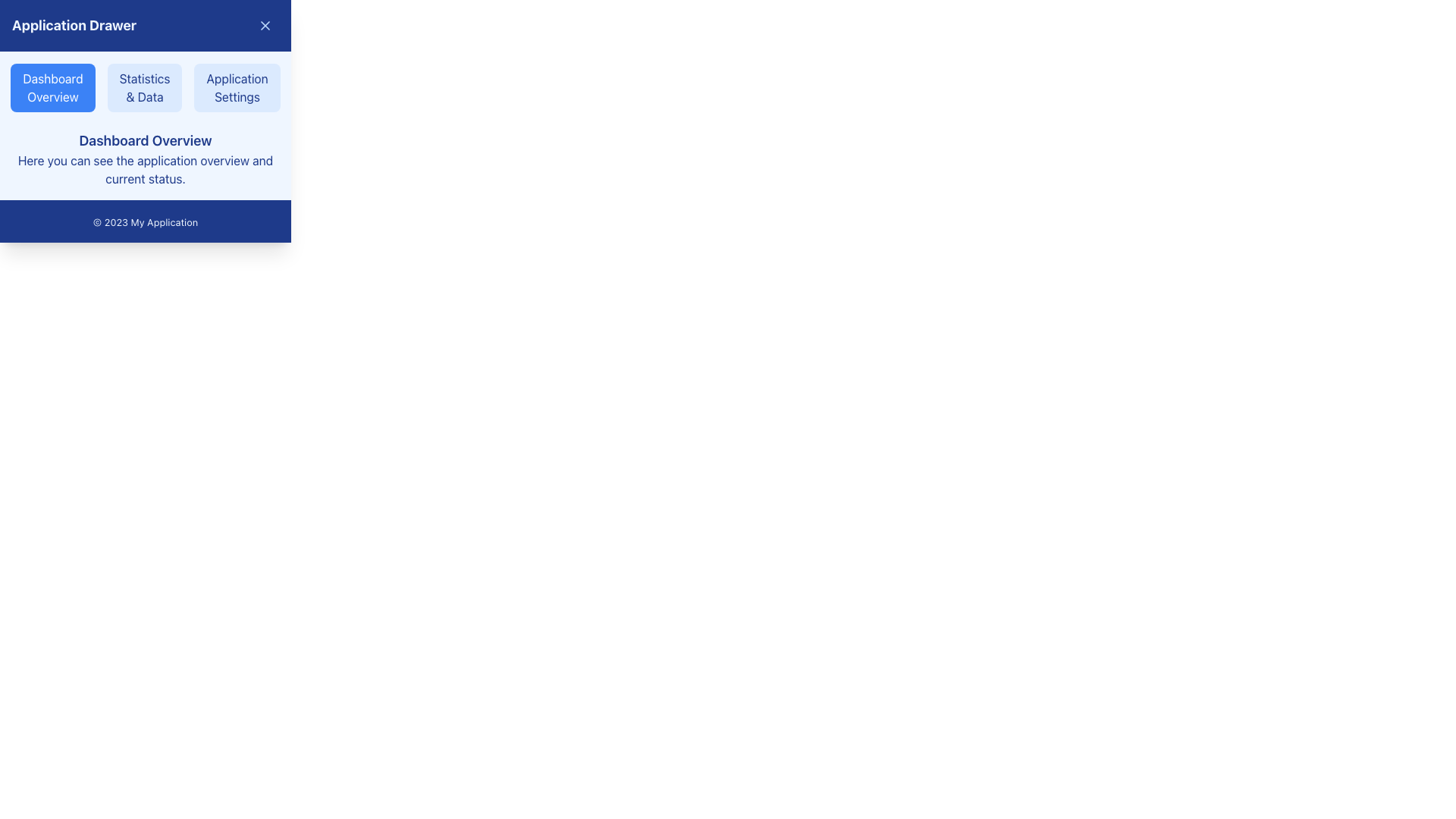 The image size is (1456, 819). Describe the element at coordinates (146, 158) in the screenshot. I see `the informational text block located below the navigation options in the main content section of the application drawer` at that location.